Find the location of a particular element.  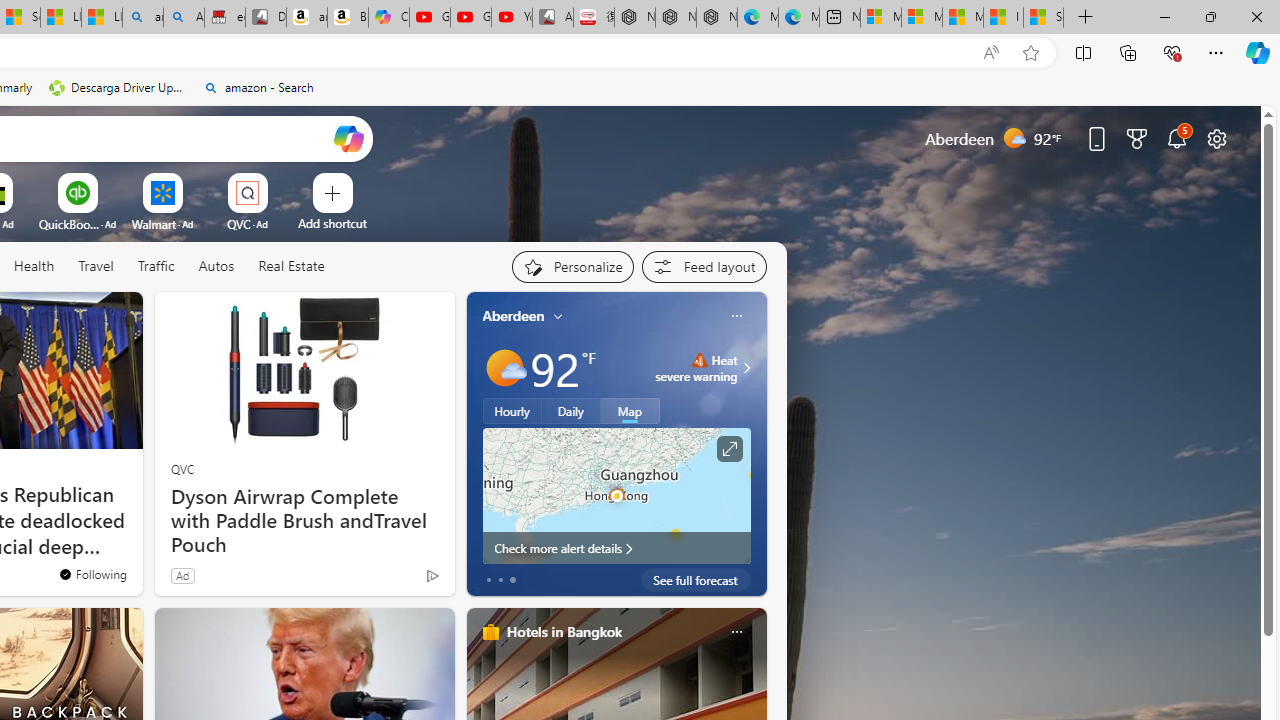

'Check more alert details' is located at coordinates (615, 547).